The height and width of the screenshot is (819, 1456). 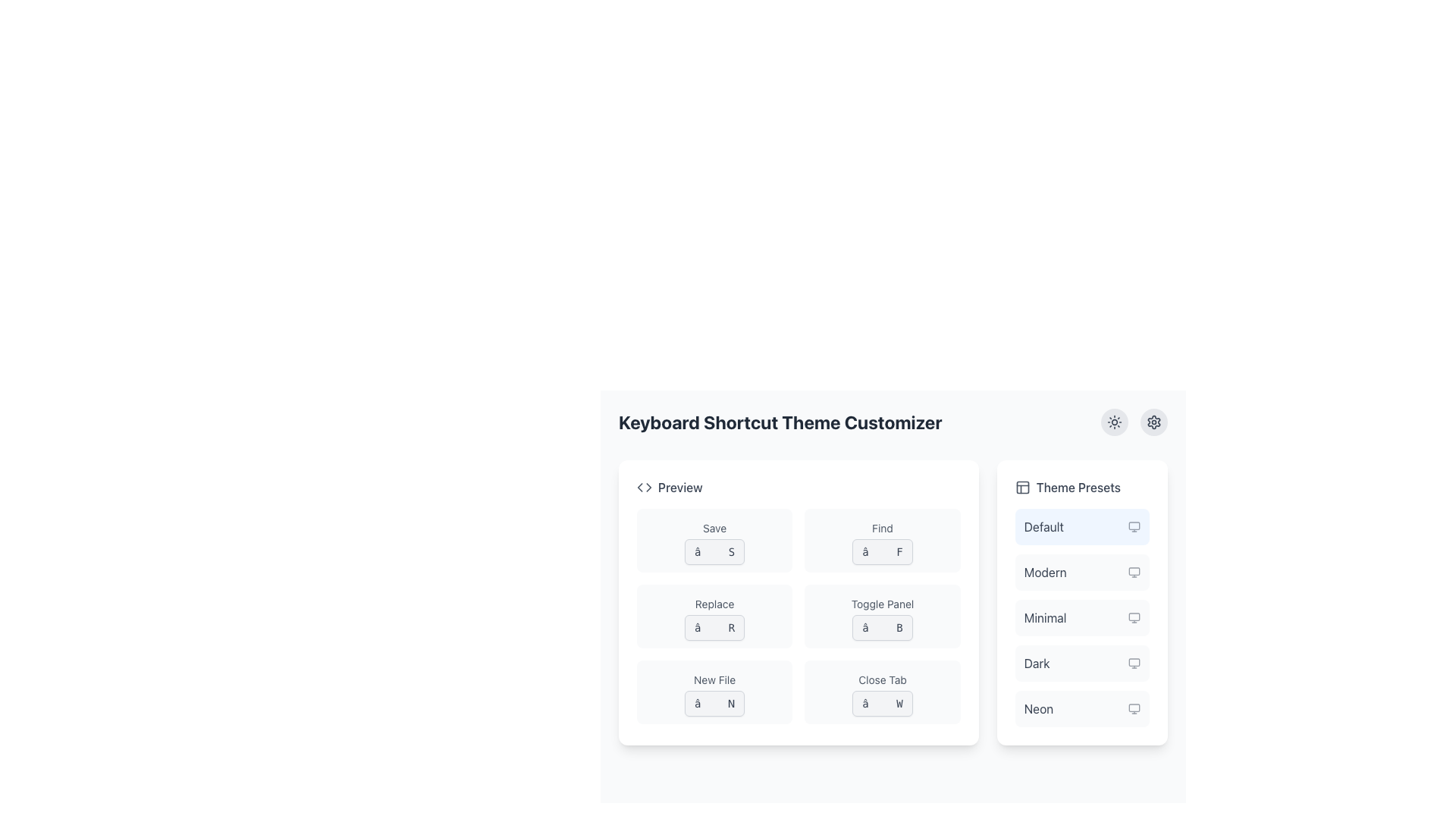 I want to click on the icon representing the 'Minimal' theme preset located, so click(x=1134, y=617).